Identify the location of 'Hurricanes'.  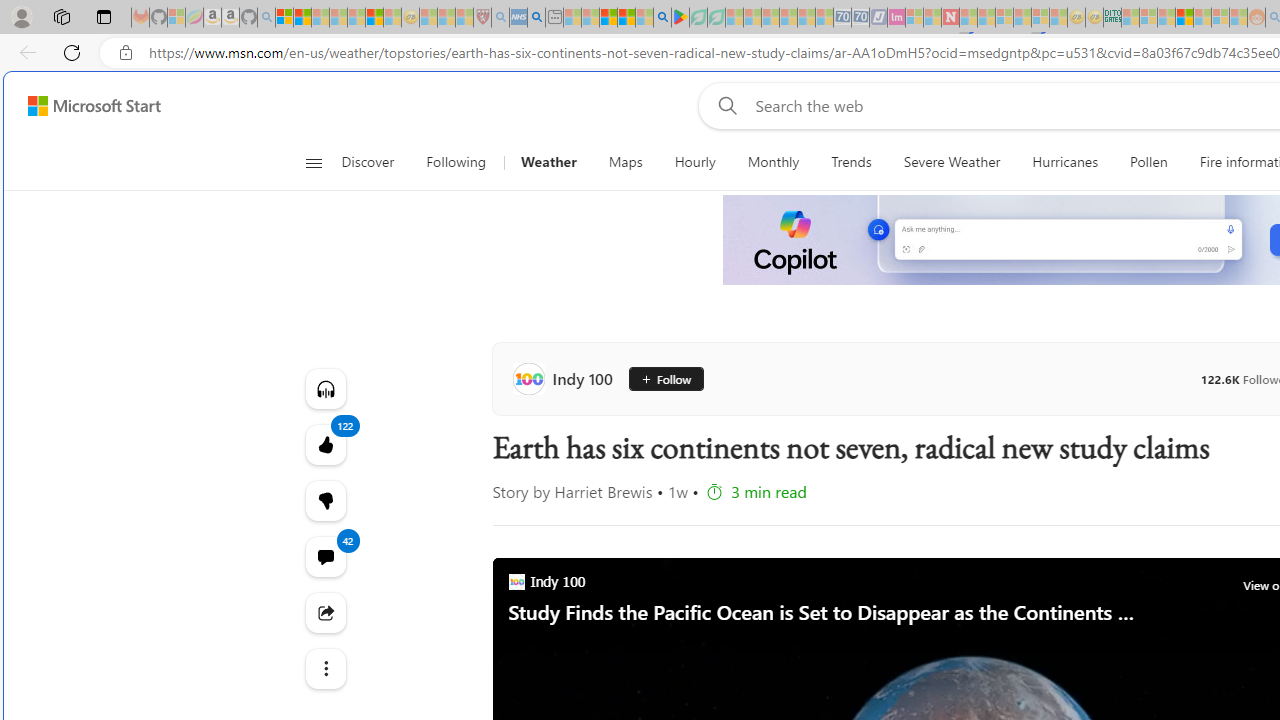
(1064, 162).